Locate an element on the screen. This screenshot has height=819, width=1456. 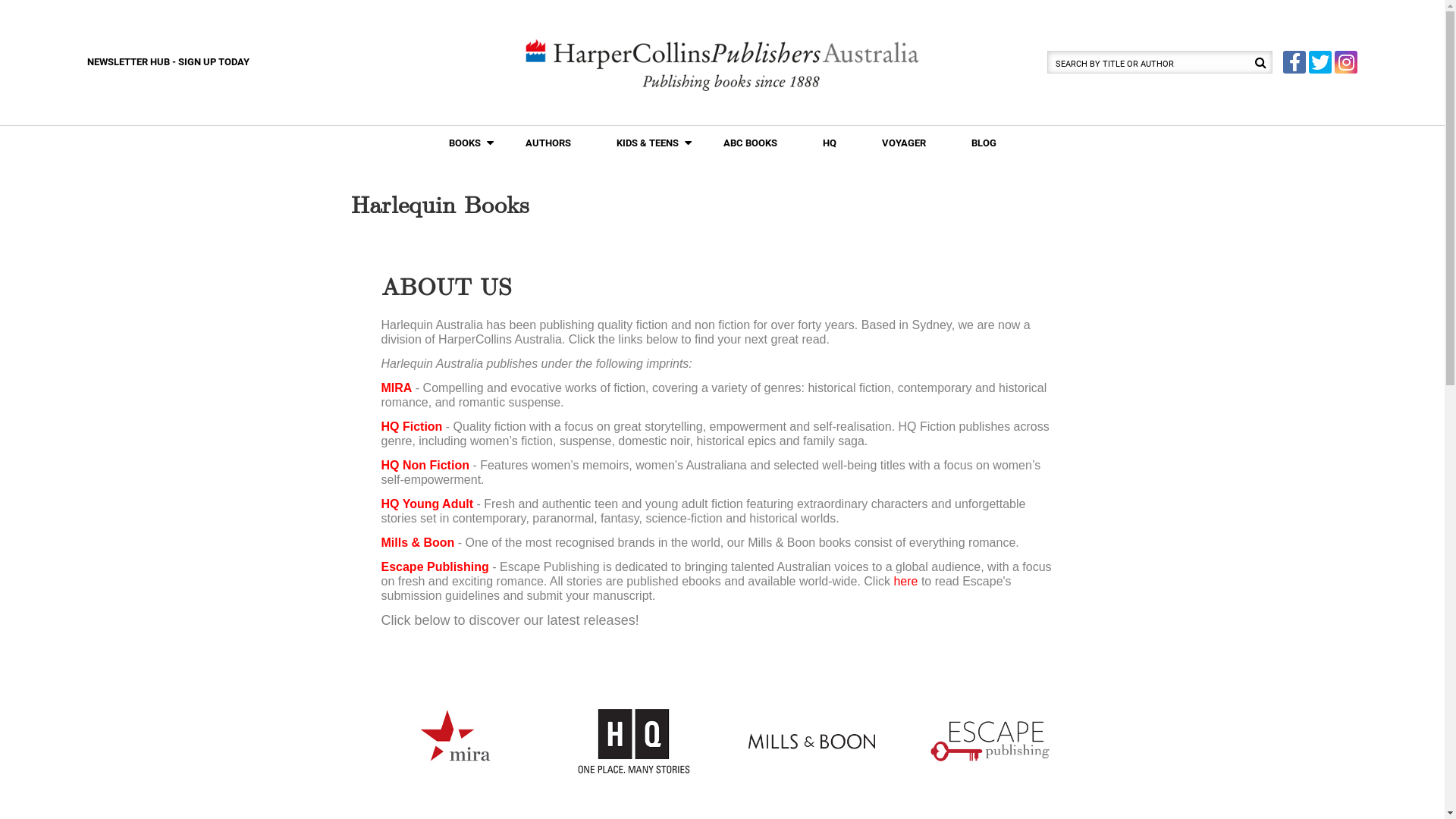
'Search:' is located at coordinates (1046, 61).